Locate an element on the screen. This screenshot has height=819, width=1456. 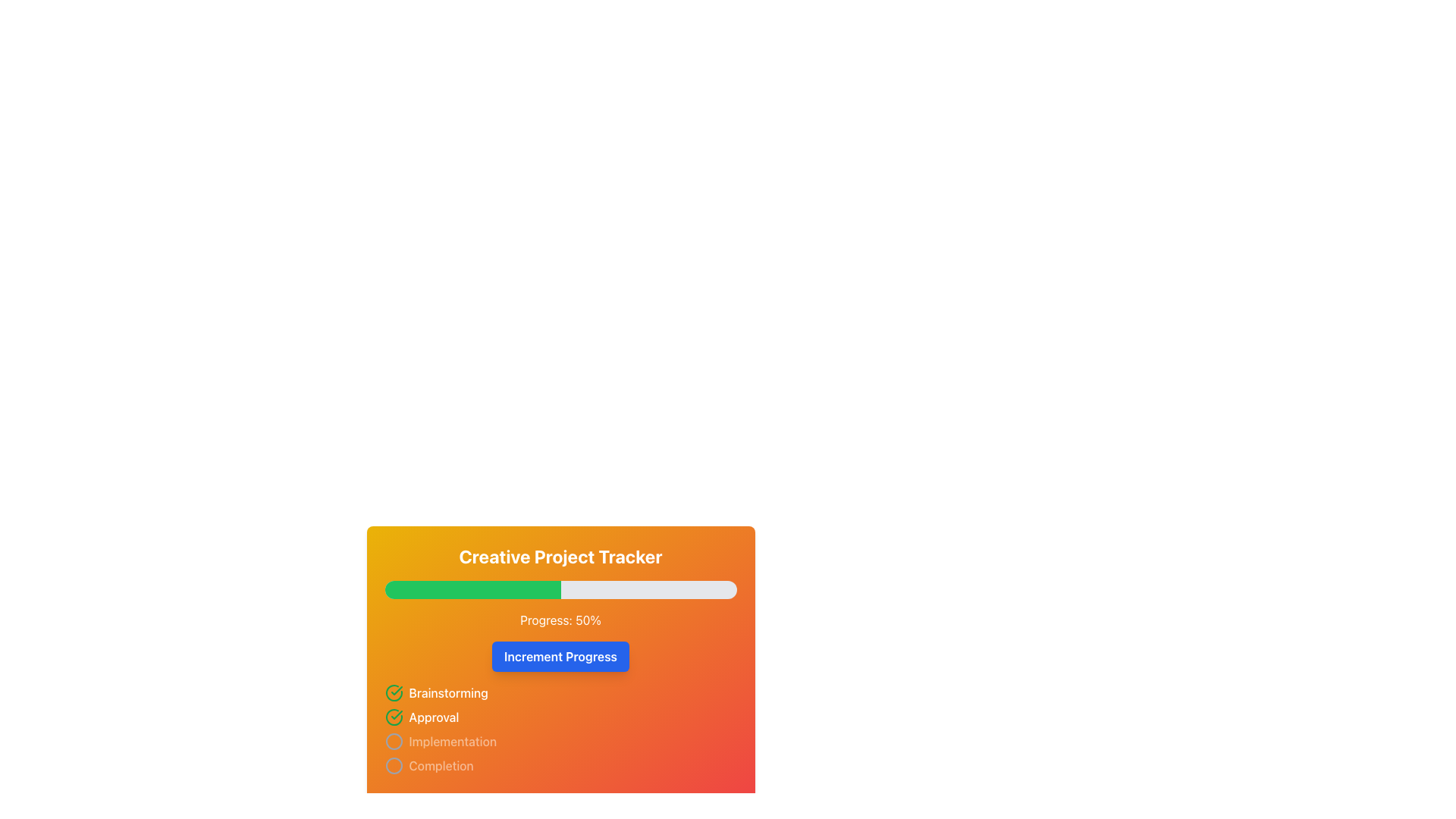
the green outlined circular icon with a checkmark next to the text 'Approval' is located at coordinates (394, 717).